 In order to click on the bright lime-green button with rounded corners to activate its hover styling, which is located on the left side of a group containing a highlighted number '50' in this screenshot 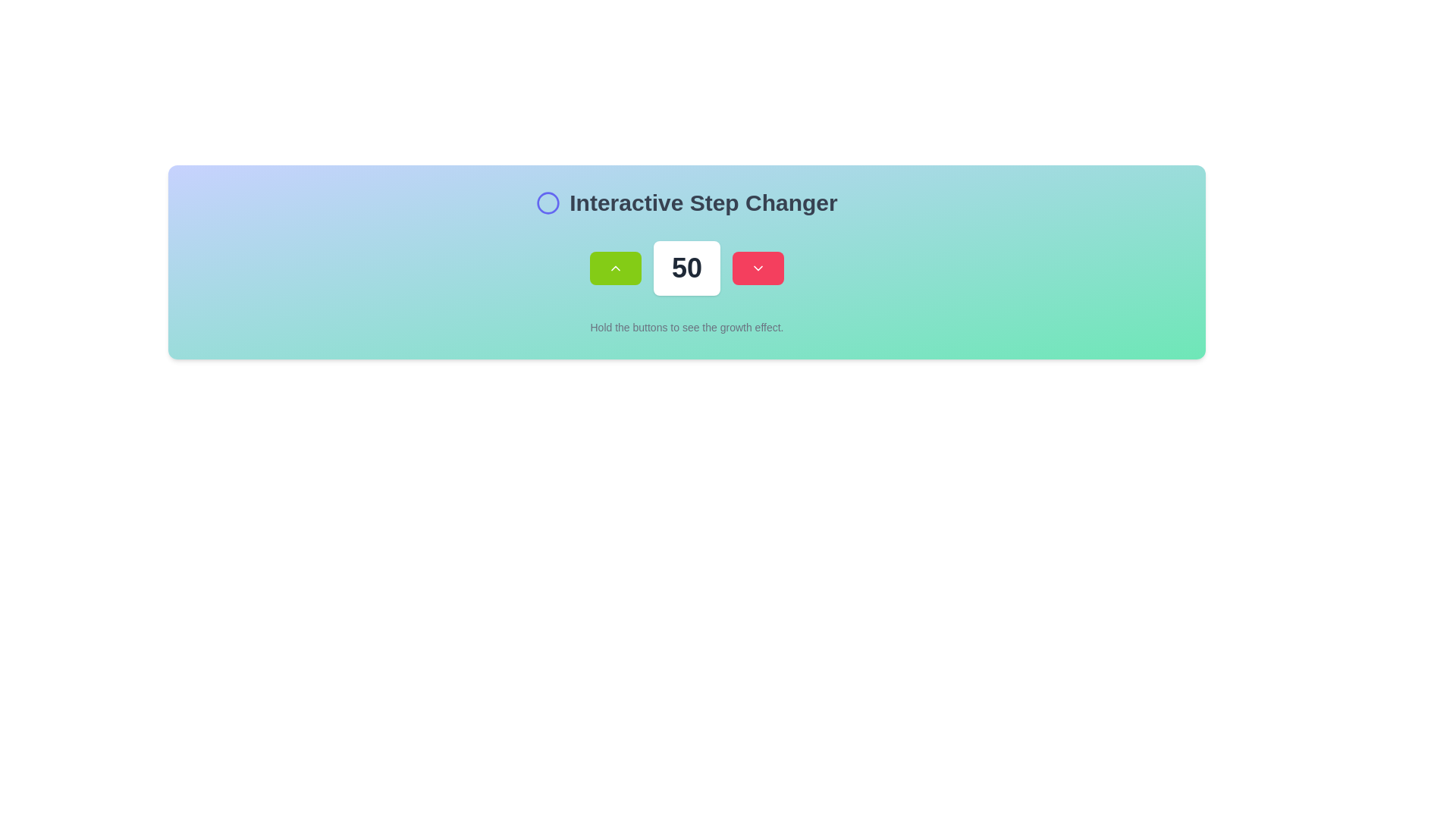, I will do `click(615, 268)`.